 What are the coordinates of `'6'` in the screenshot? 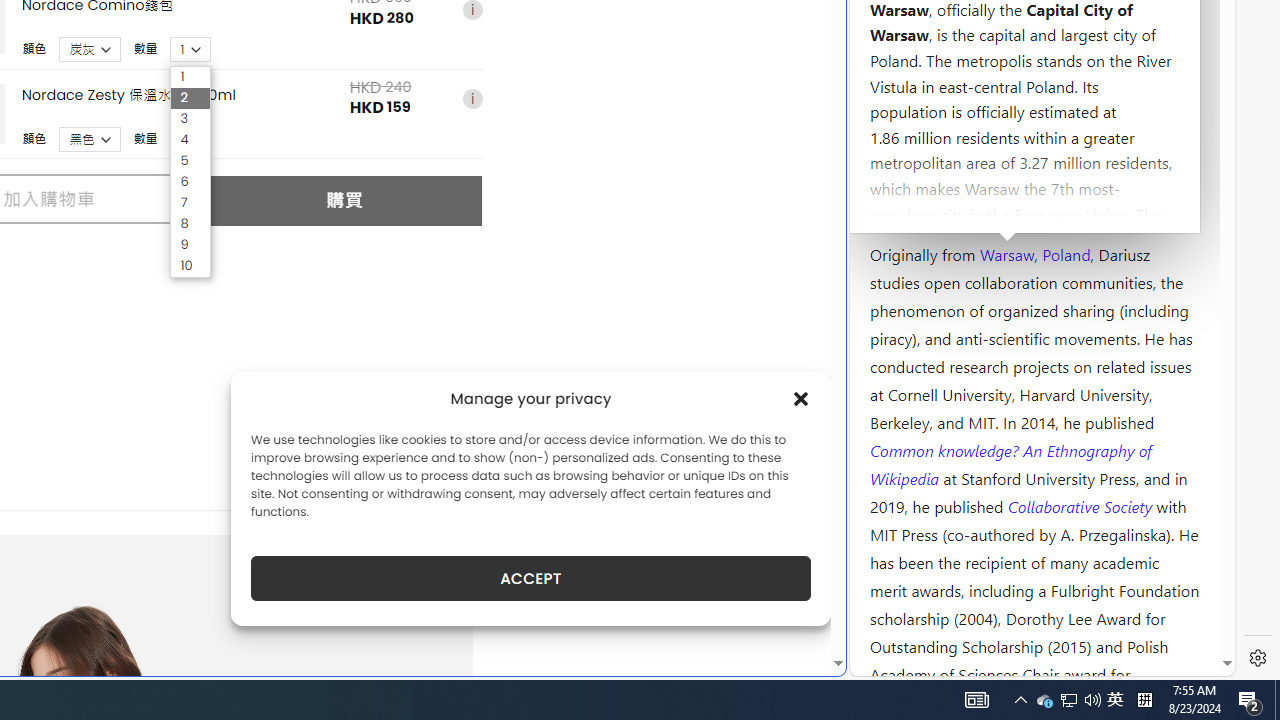 It's located at (190, 182).